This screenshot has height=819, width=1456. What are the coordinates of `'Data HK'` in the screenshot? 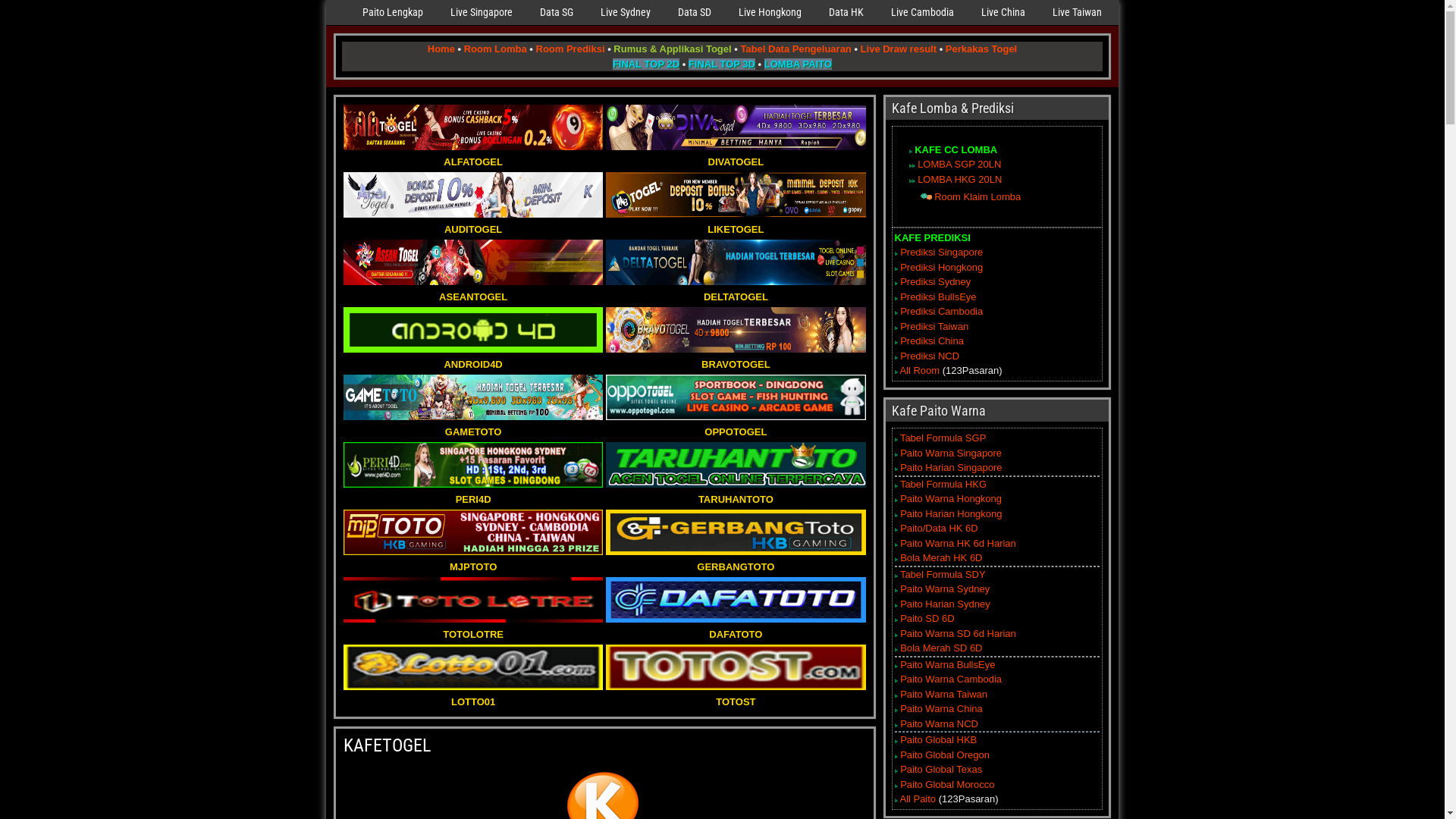 It's located at (846, 12).